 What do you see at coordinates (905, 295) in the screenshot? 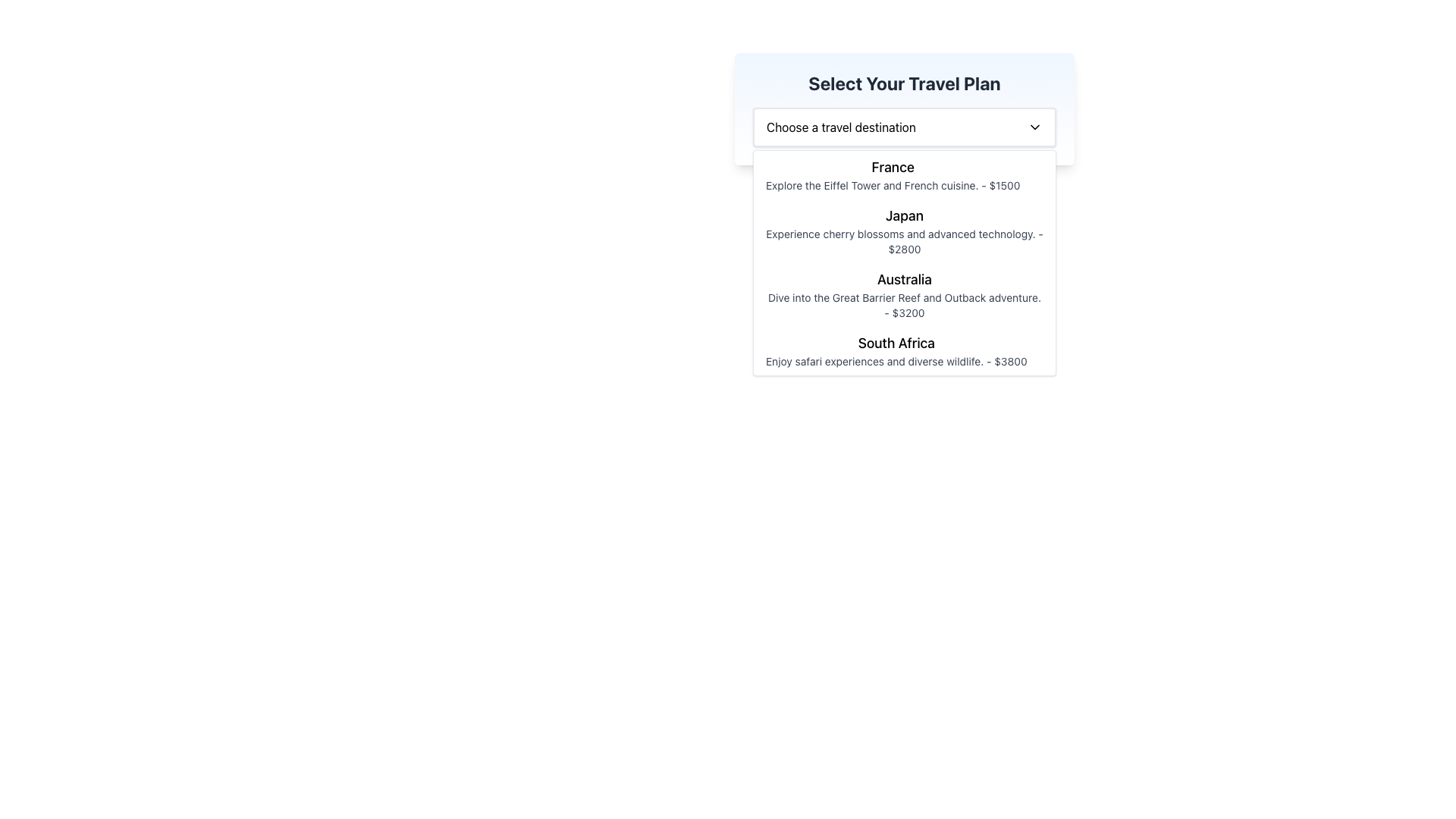
I see `the third option in the dropdown menu that provides information about the travel package to Australia` at bounding box center [905, 295].